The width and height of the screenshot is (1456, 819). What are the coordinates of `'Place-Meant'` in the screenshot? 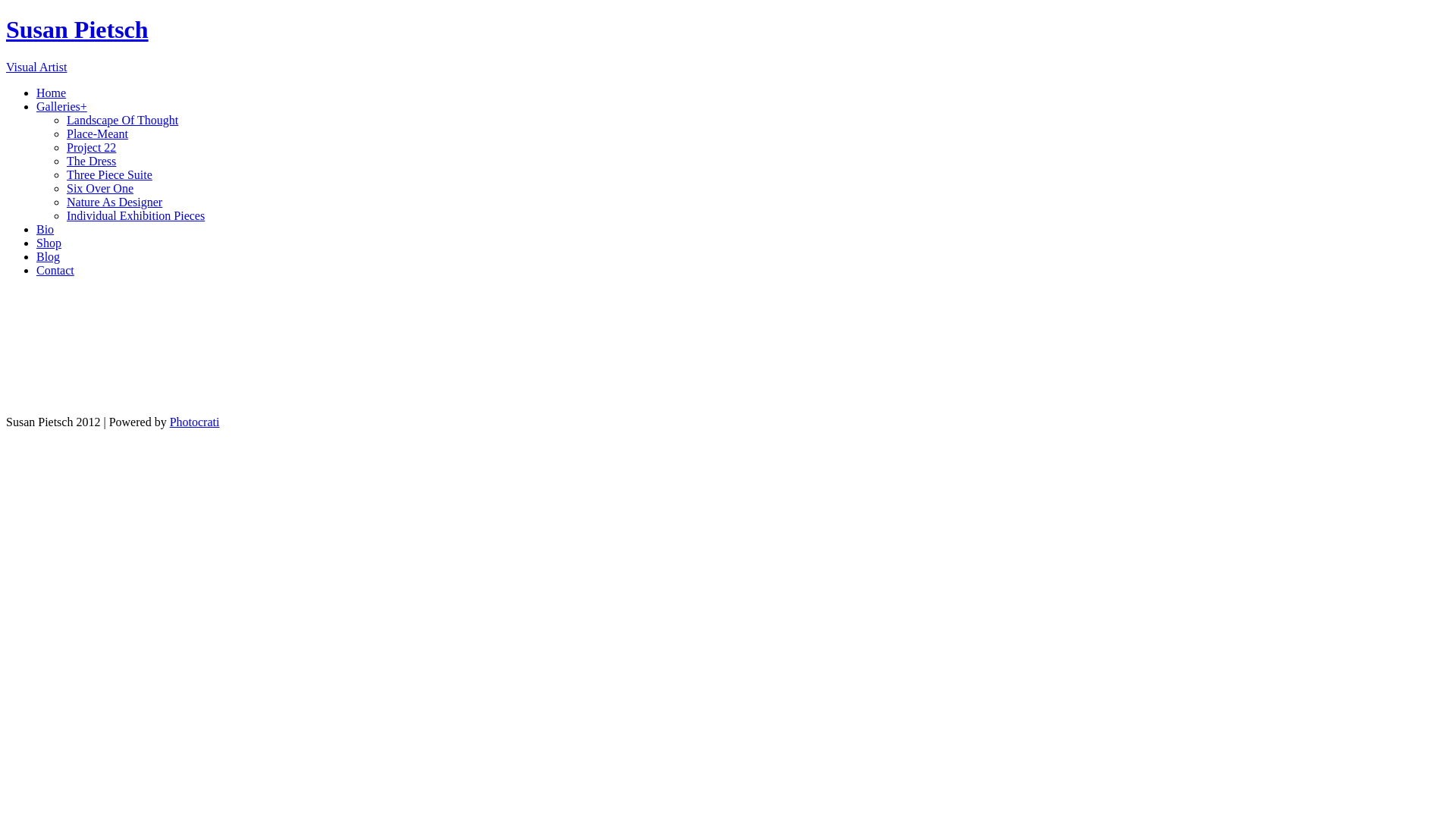 It's located at (96, 133).